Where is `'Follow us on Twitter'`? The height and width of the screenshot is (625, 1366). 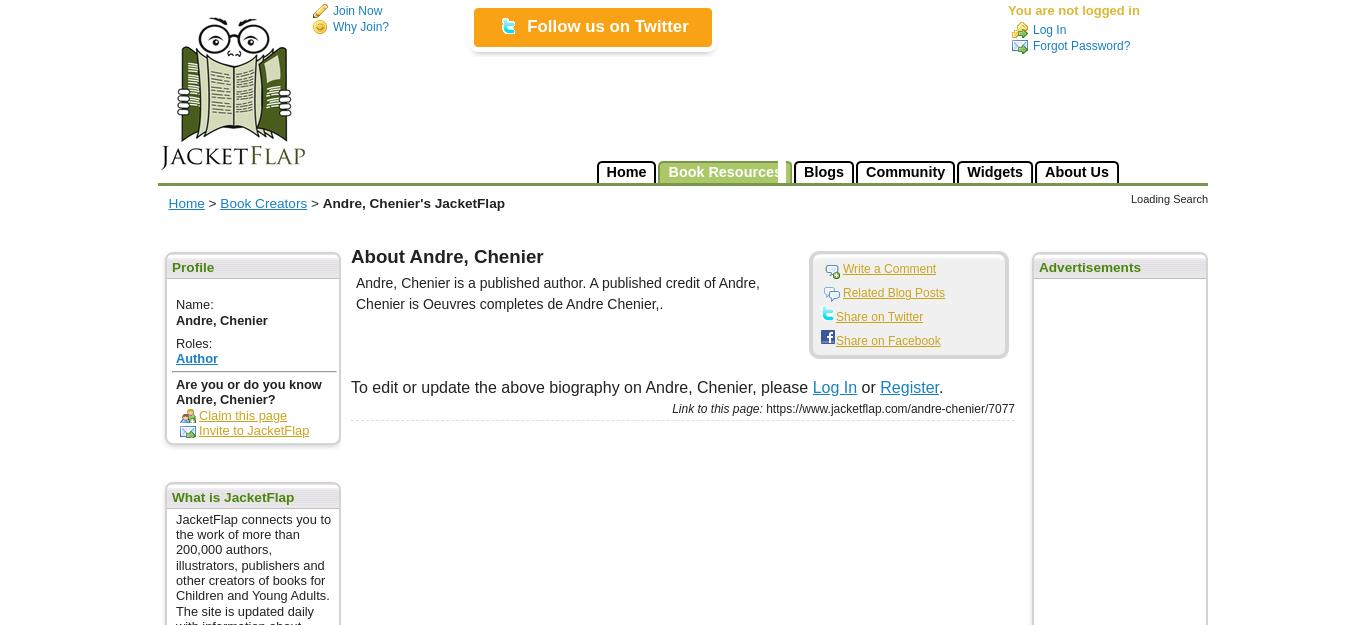
'Follow us on Twitter' is located at coordinates (527, 25).